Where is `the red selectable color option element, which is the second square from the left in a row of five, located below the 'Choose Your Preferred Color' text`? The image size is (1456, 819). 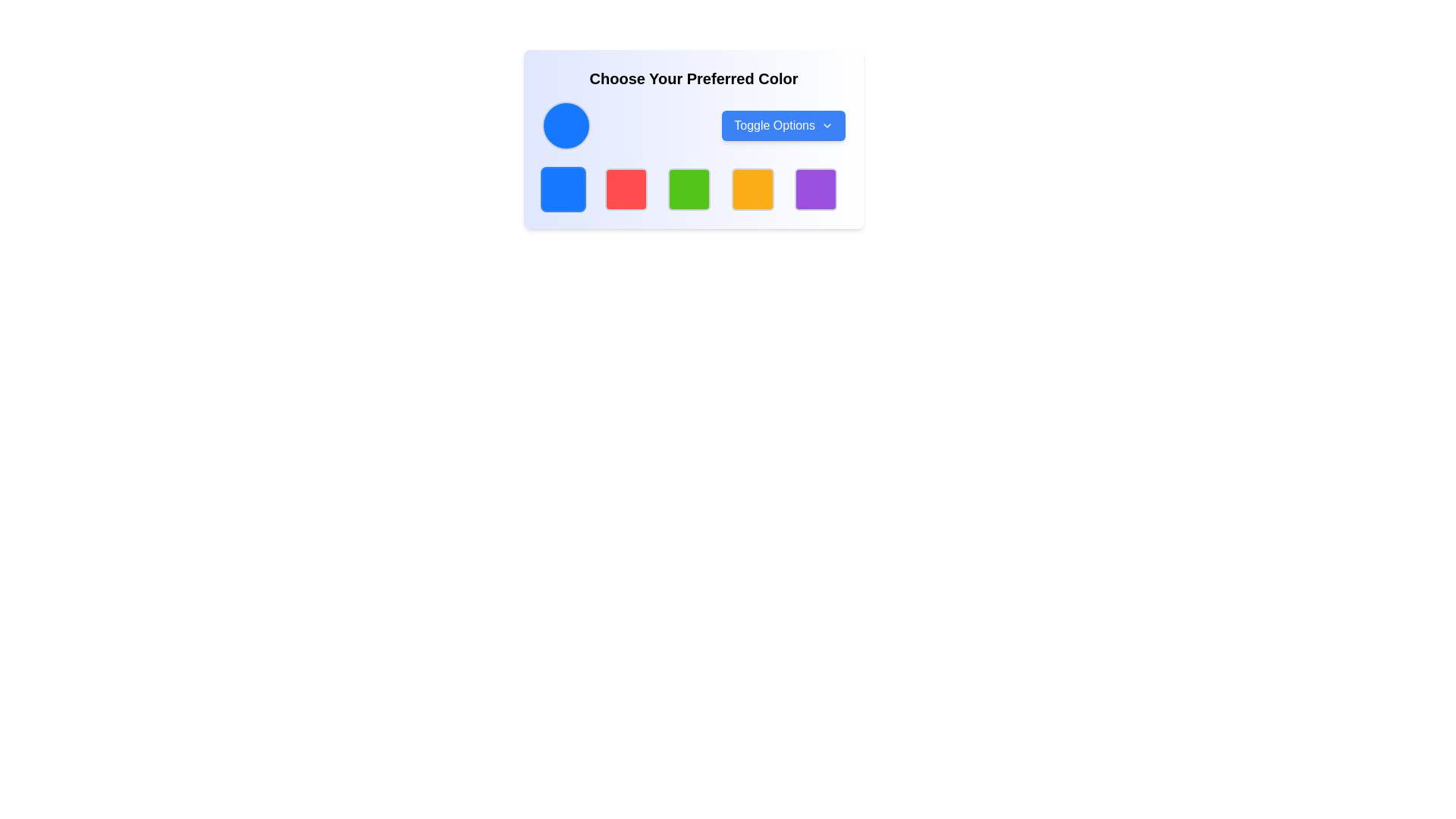
the red selectable color option element, which is the second square from the left in a row of five, located below the 'Choose Your Preferred Color' text is located at coordinates (626, 189).